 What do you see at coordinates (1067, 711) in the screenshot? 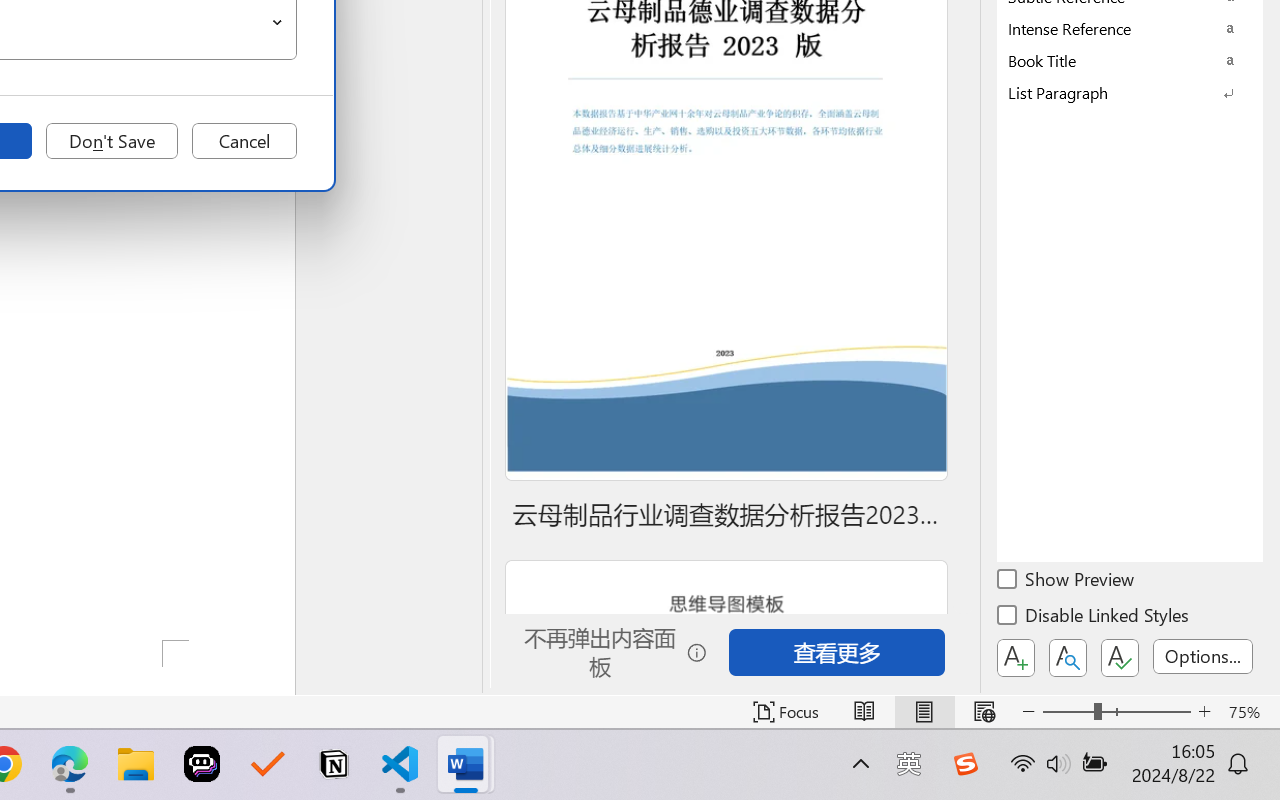
I see `'Zoom Out'` at bounding box center [1067, 711].